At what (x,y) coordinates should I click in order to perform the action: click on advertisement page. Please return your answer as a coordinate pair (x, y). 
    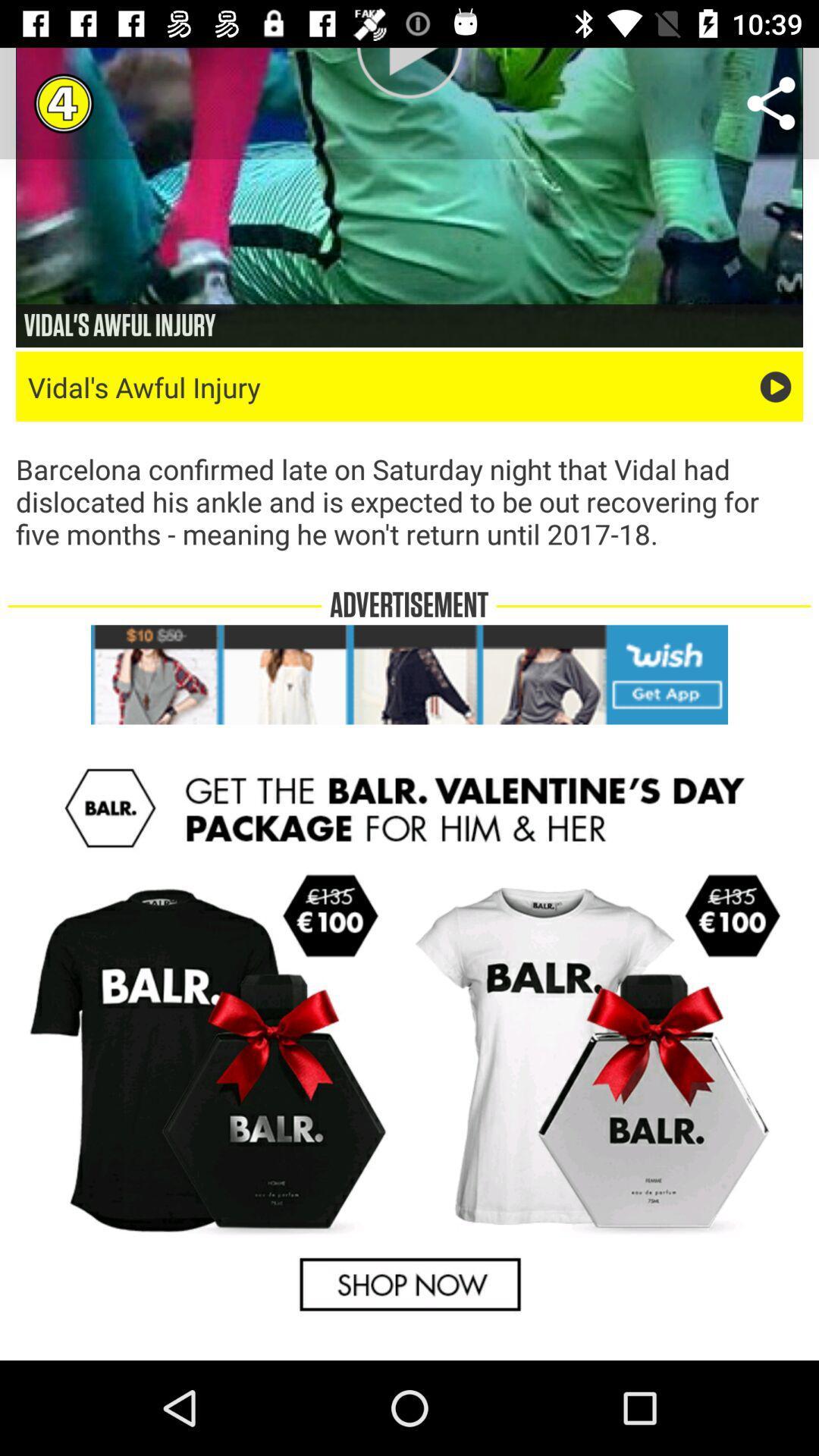
    Looking at the image, I should click on (409, 1040).